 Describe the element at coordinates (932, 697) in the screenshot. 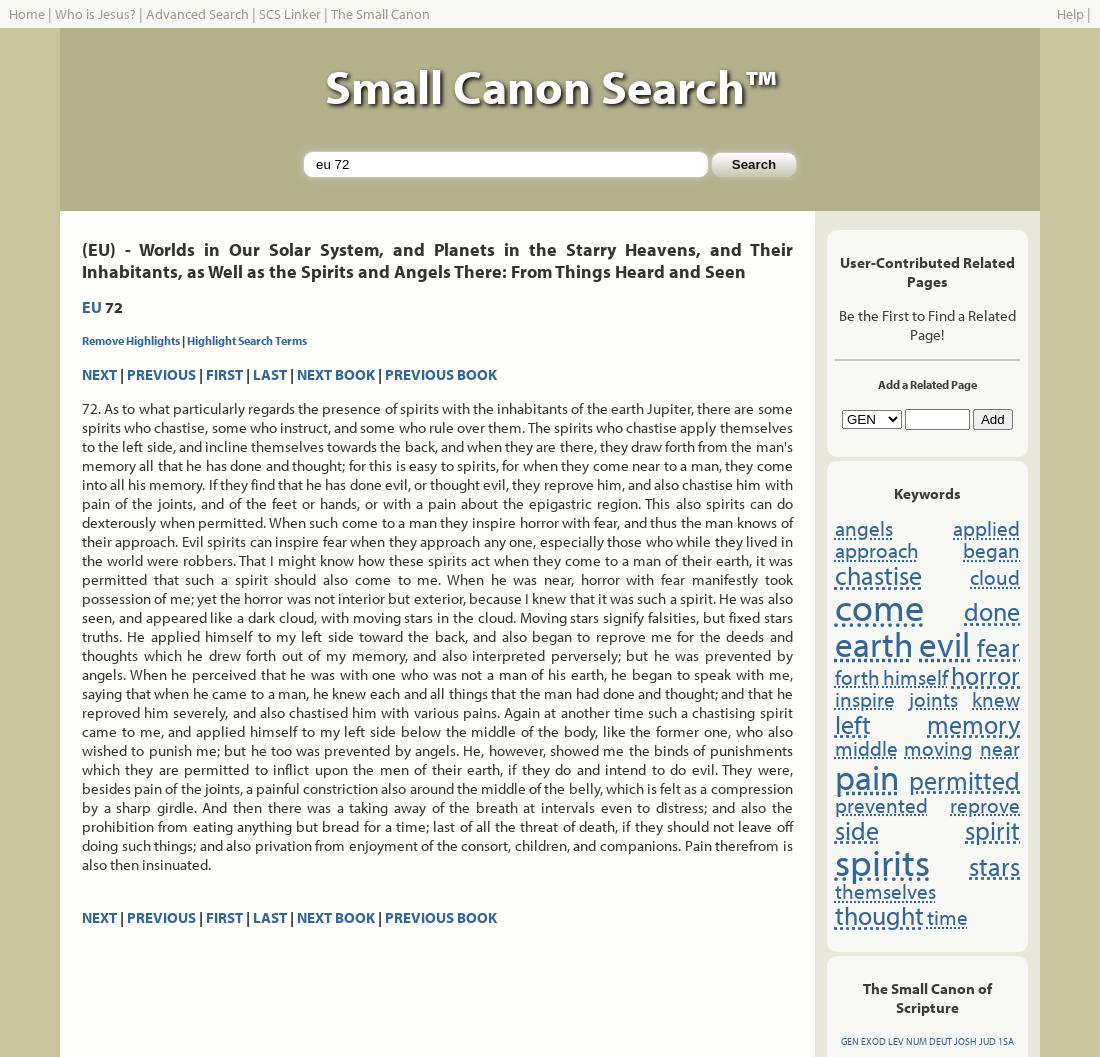

I see `'joints'` at that location.